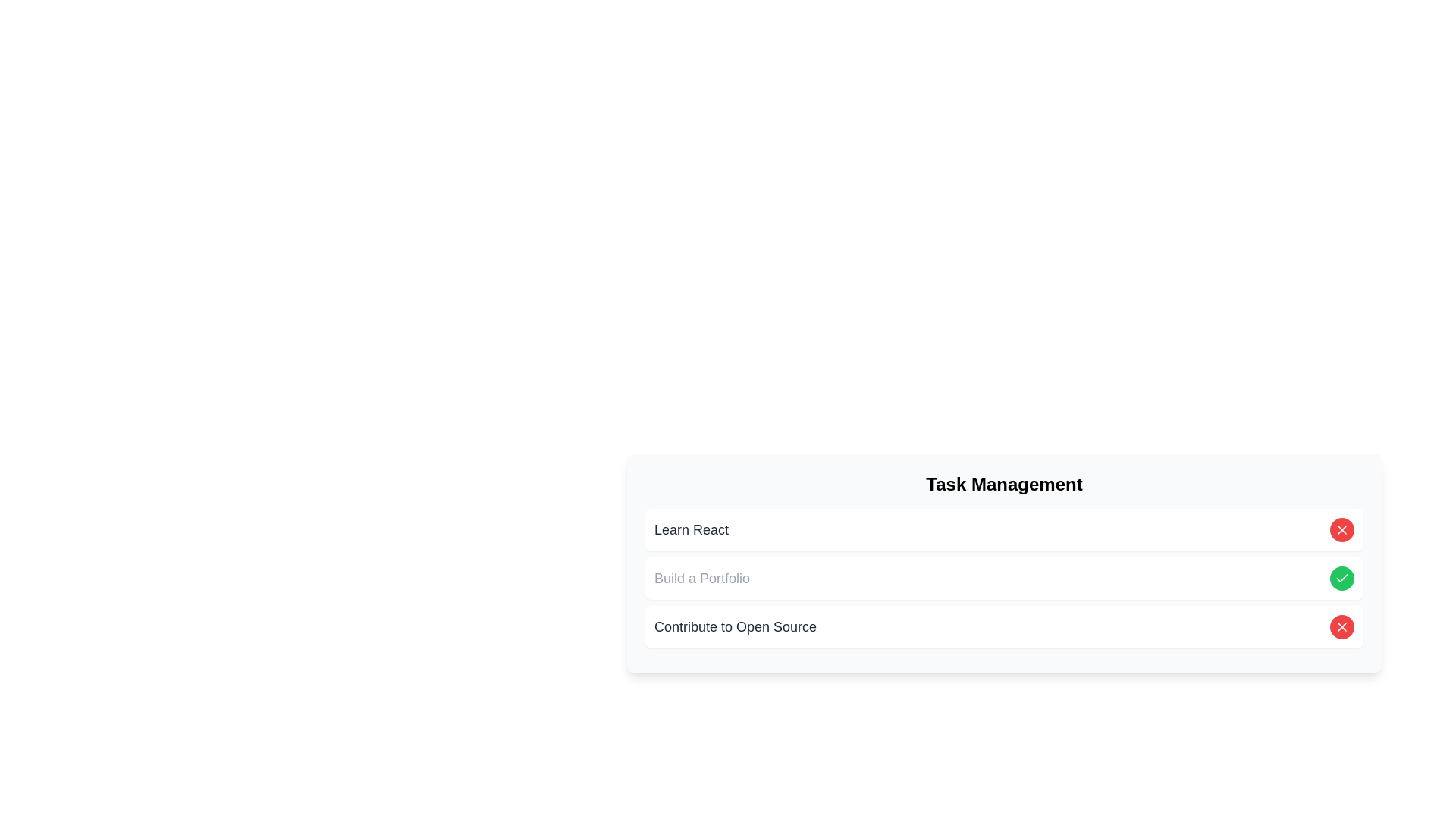 The width and height of the screenshot is (1456, 819). Describe the element at coordinates (1342, 579) in the screenshot. I see `the green circular button with a white check icon to mark the task labeled 'Build a Portfolio' as complete` at that location.